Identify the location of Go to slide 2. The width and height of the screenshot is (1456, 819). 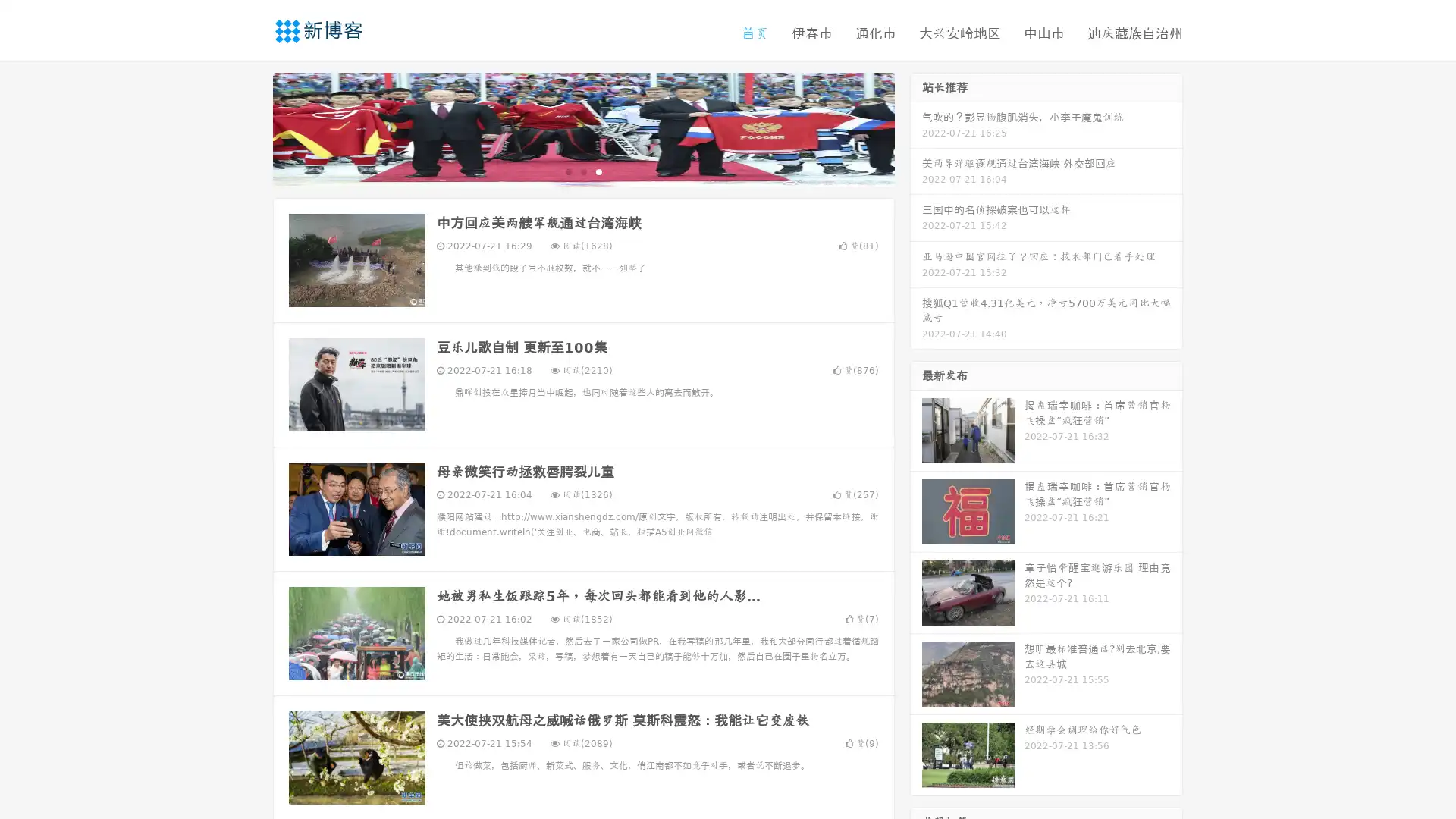
(582, 171).